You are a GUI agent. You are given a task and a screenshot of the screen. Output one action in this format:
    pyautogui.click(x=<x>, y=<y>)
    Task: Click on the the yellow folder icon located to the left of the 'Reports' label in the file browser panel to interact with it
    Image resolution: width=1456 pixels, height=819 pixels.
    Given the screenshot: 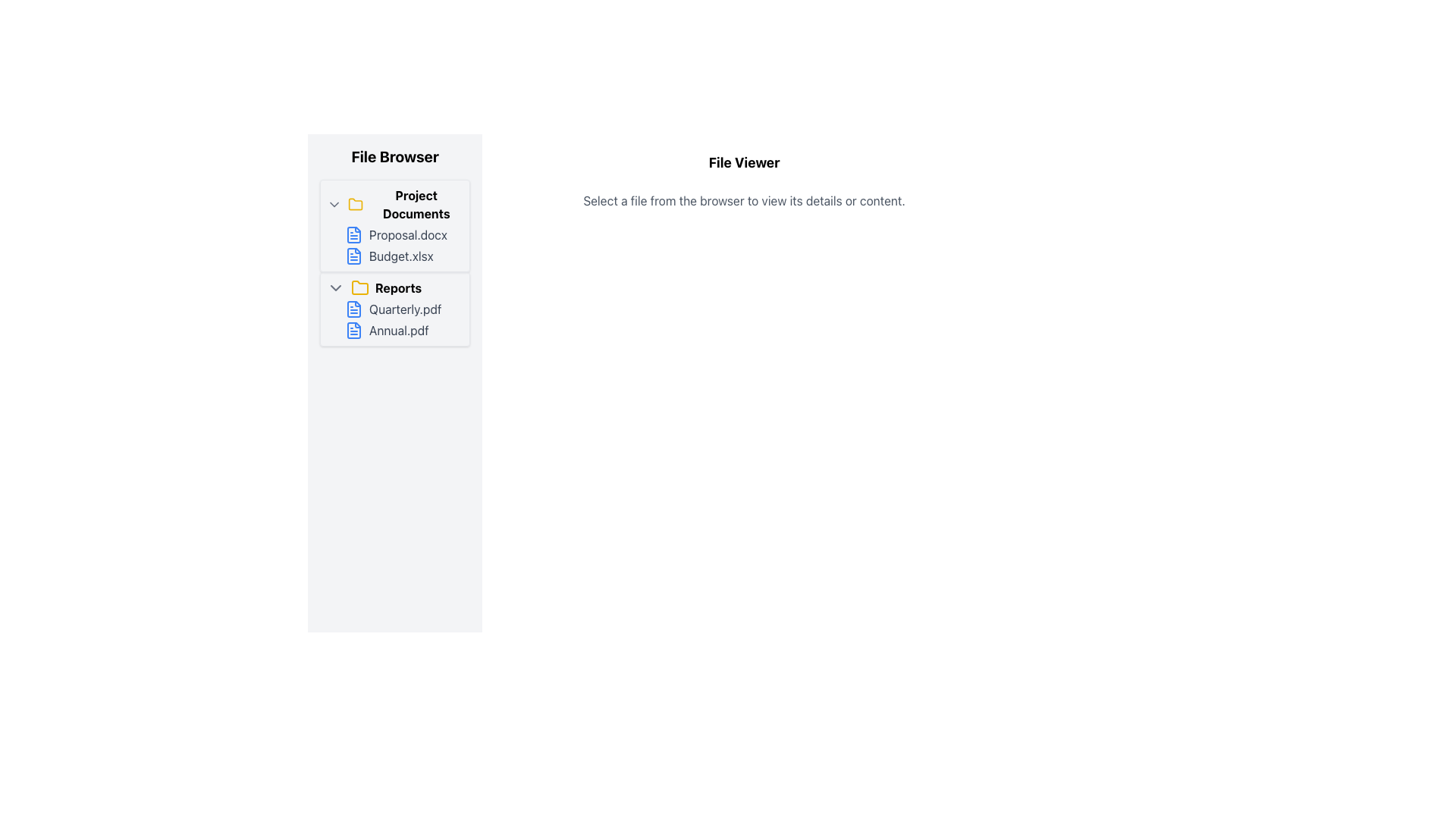 What is the action you would take?
    pyautogui.click(x=359, y=287)
    